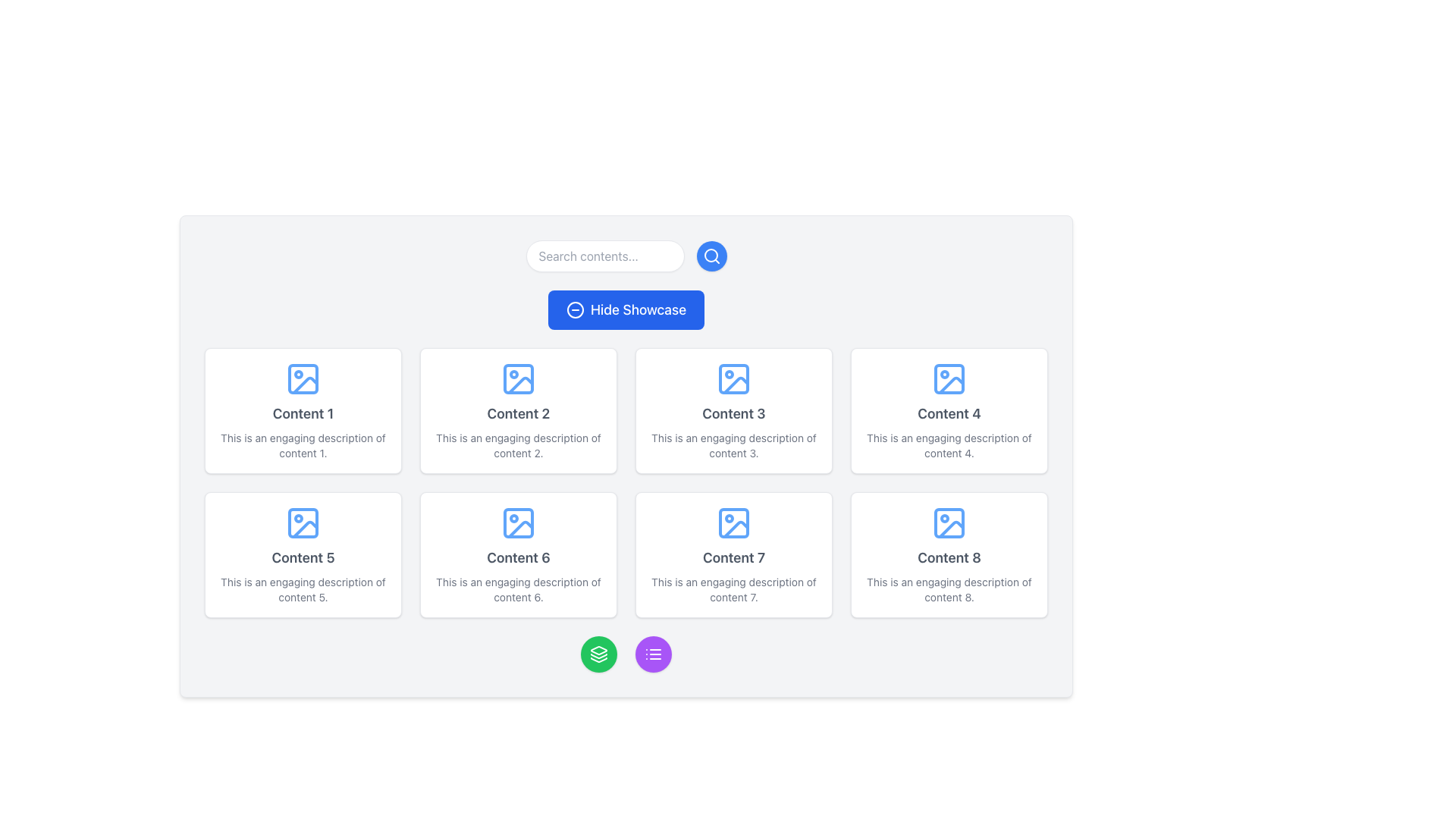  Describe the element at coordinates (519, 444) in the screenshot. I see `the text element located below the label 'Content 2', which is styled in a smaller gray font` at that location.